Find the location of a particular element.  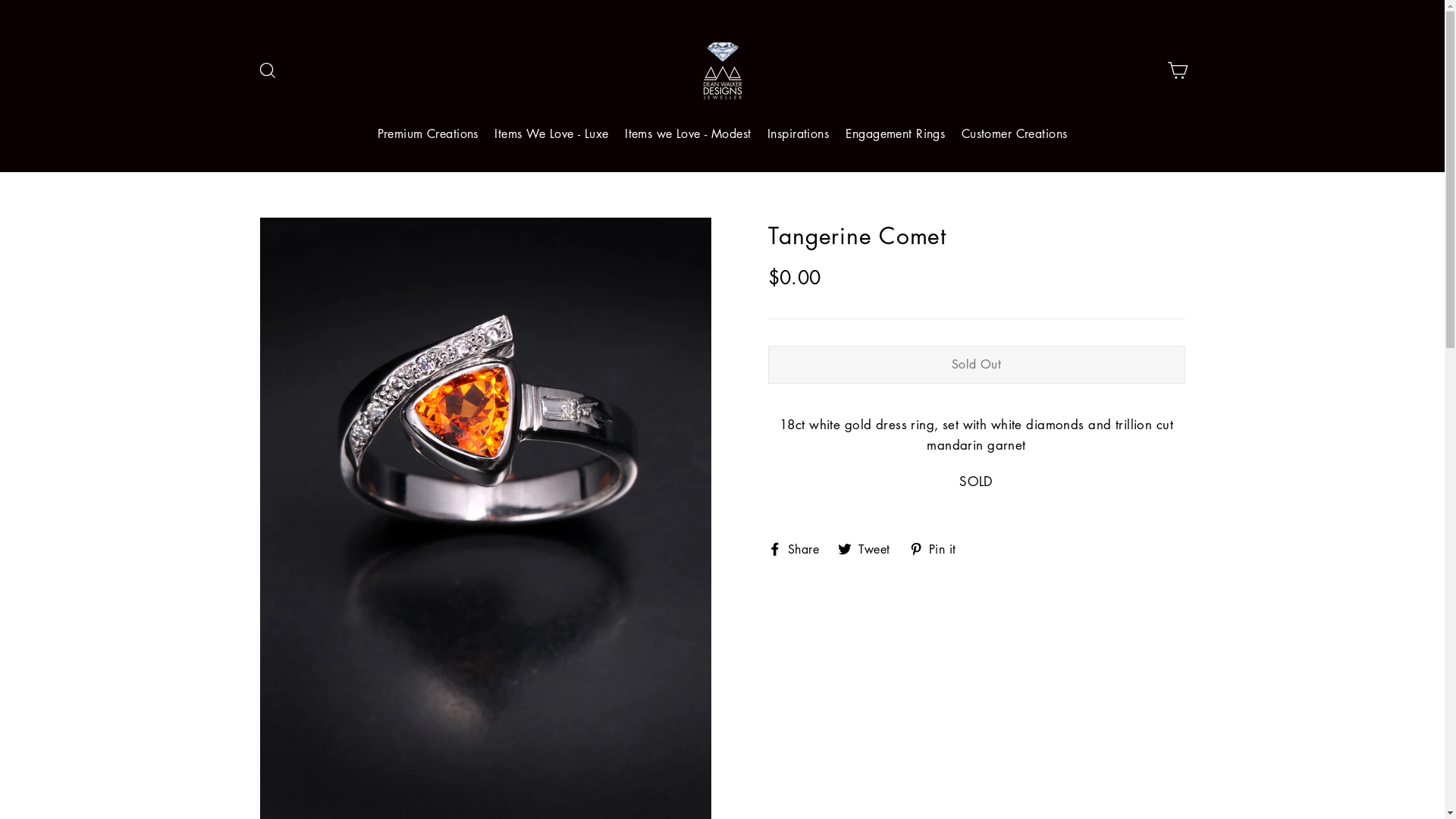

'Pin it is located at coordinates (937, 547).